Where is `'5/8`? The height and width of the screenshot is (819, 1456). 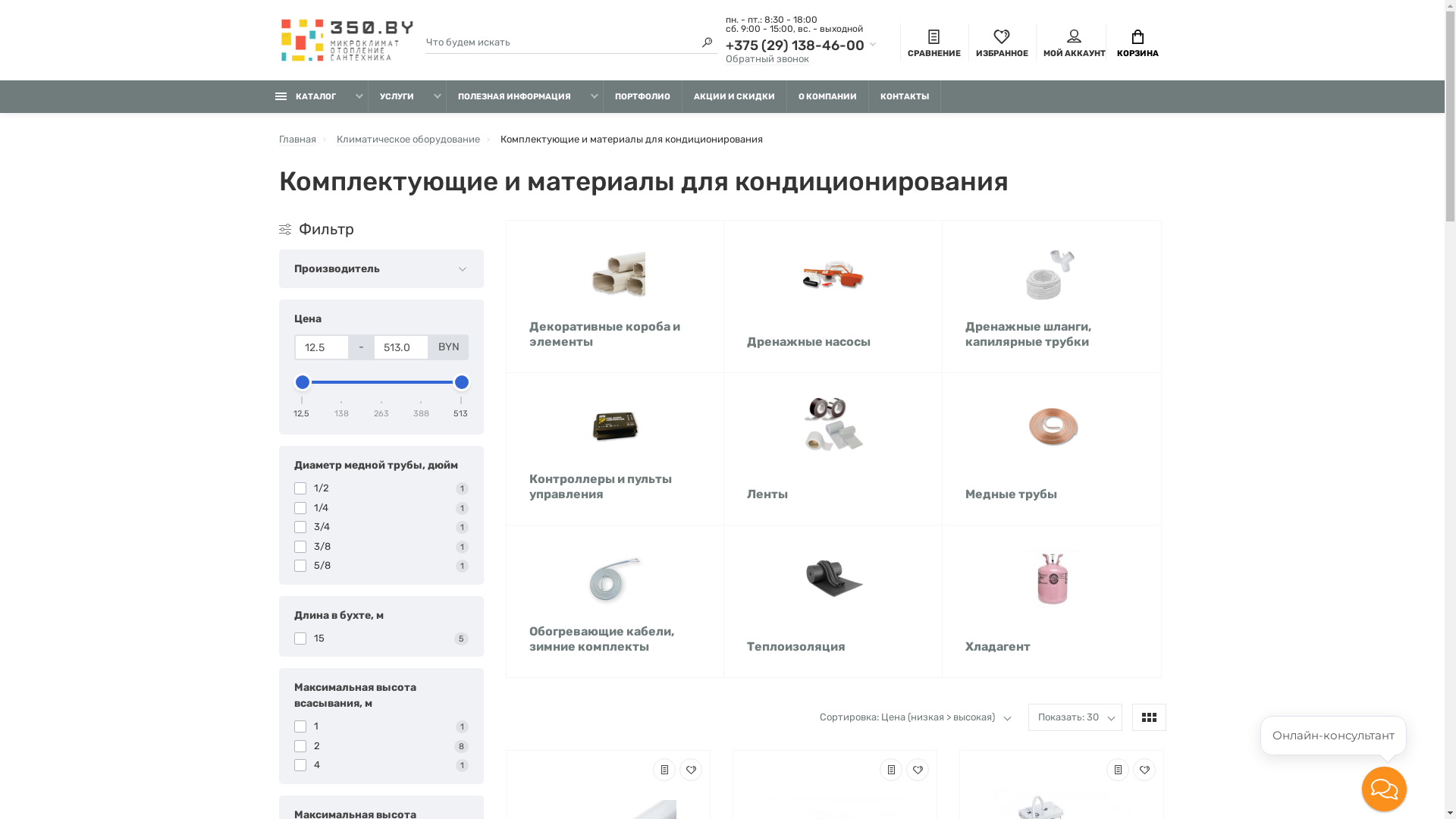
'5/8 is located at coordinates (381, 565).